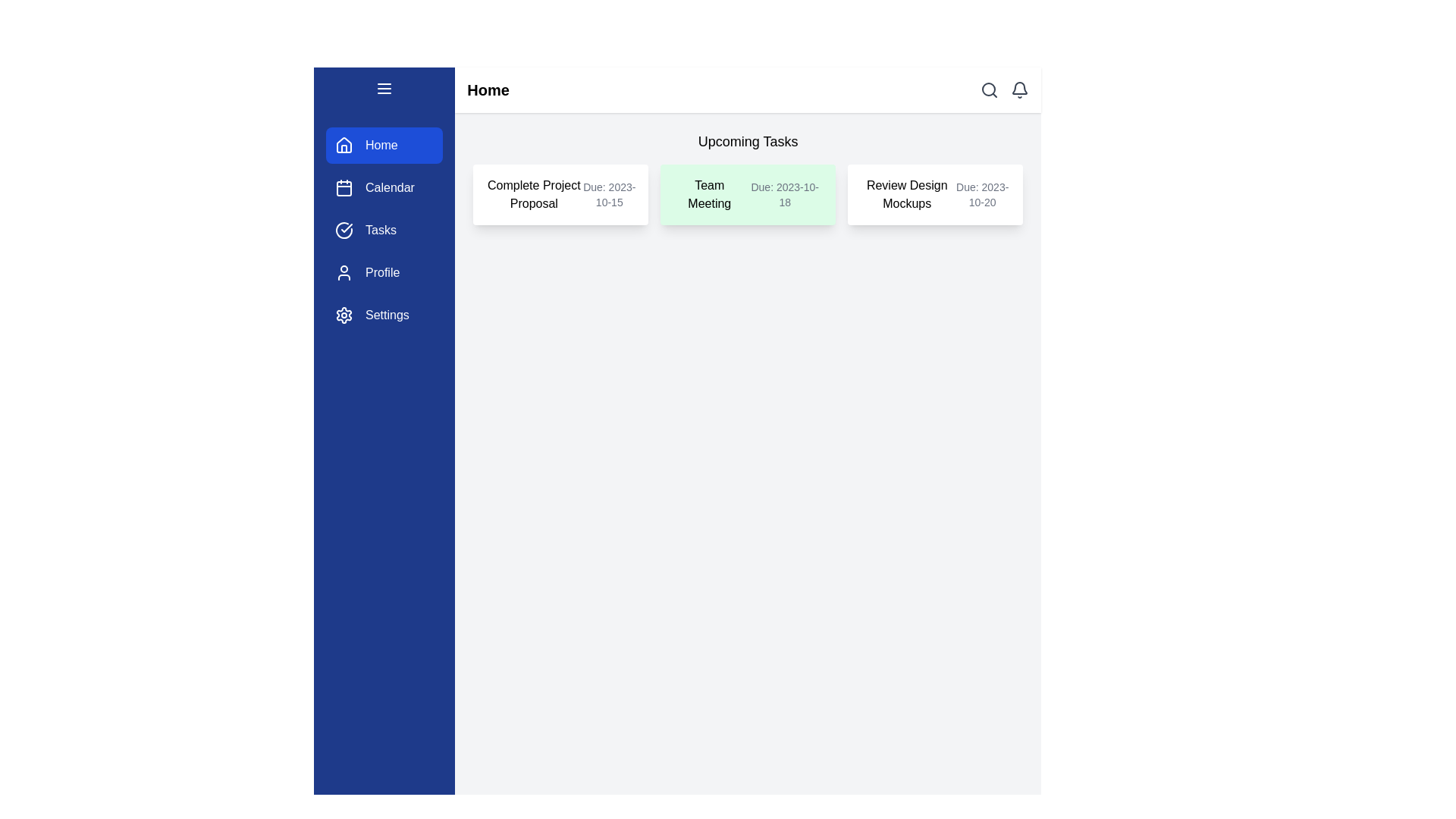 The height and width of the screenshot is (819, 1456). Describe the element at coordinates (390, 187) in the screenshot. I see `the 'Calendar' text label in the left vertical navigation bar, which is styled with a white font on a blue rectangular background and is the second entry below 'Home'` at that location.